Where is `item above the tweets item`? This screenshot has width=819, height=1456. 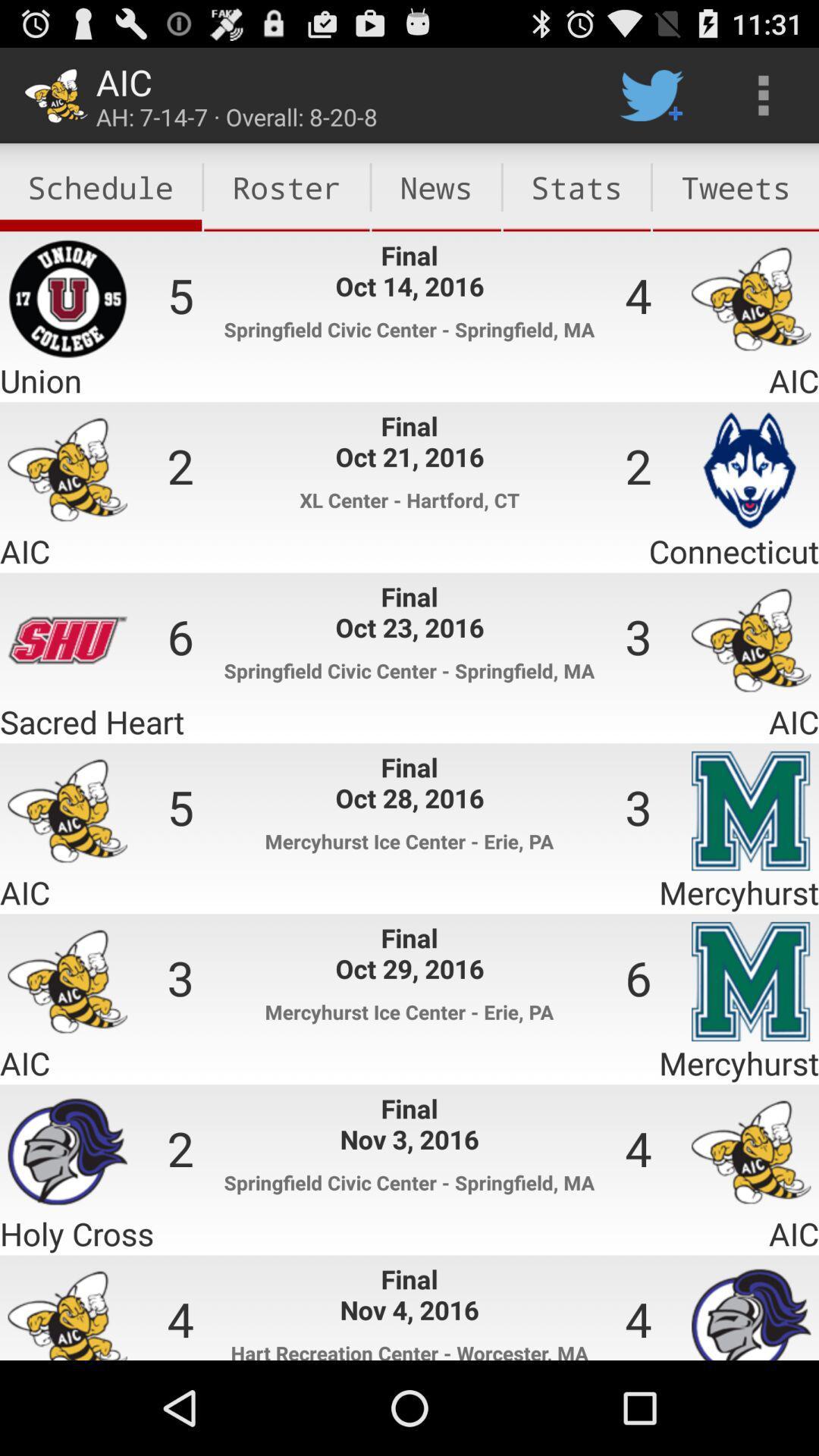 item above the tweets item is located at coordinates (763, 94).